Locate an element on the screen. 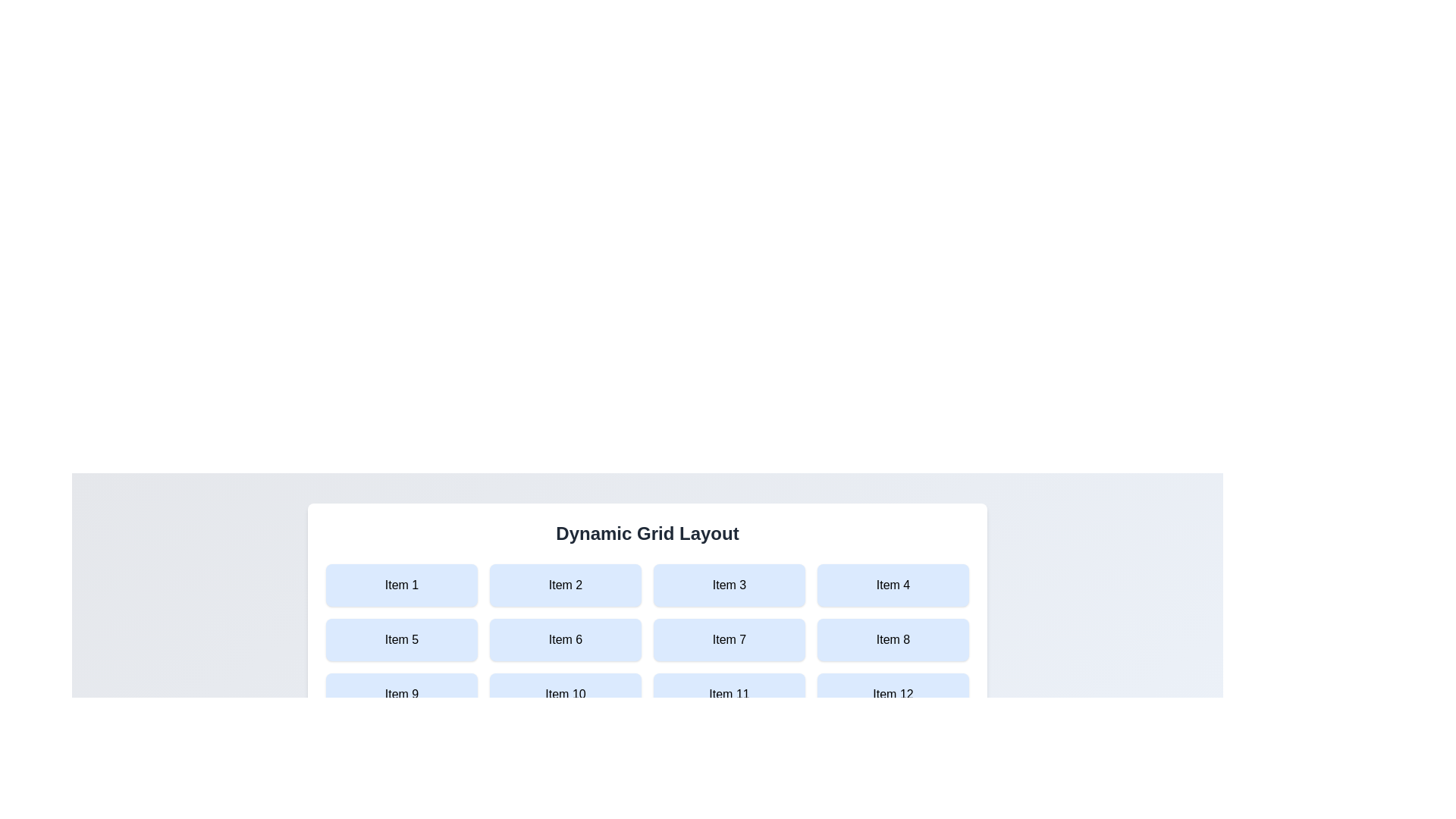  the clickable box located in the first position of the fourth row in the dynamic grid layout, which serves as an interactive unit for selecting or viewing related content is located at coordinates (401, 748).